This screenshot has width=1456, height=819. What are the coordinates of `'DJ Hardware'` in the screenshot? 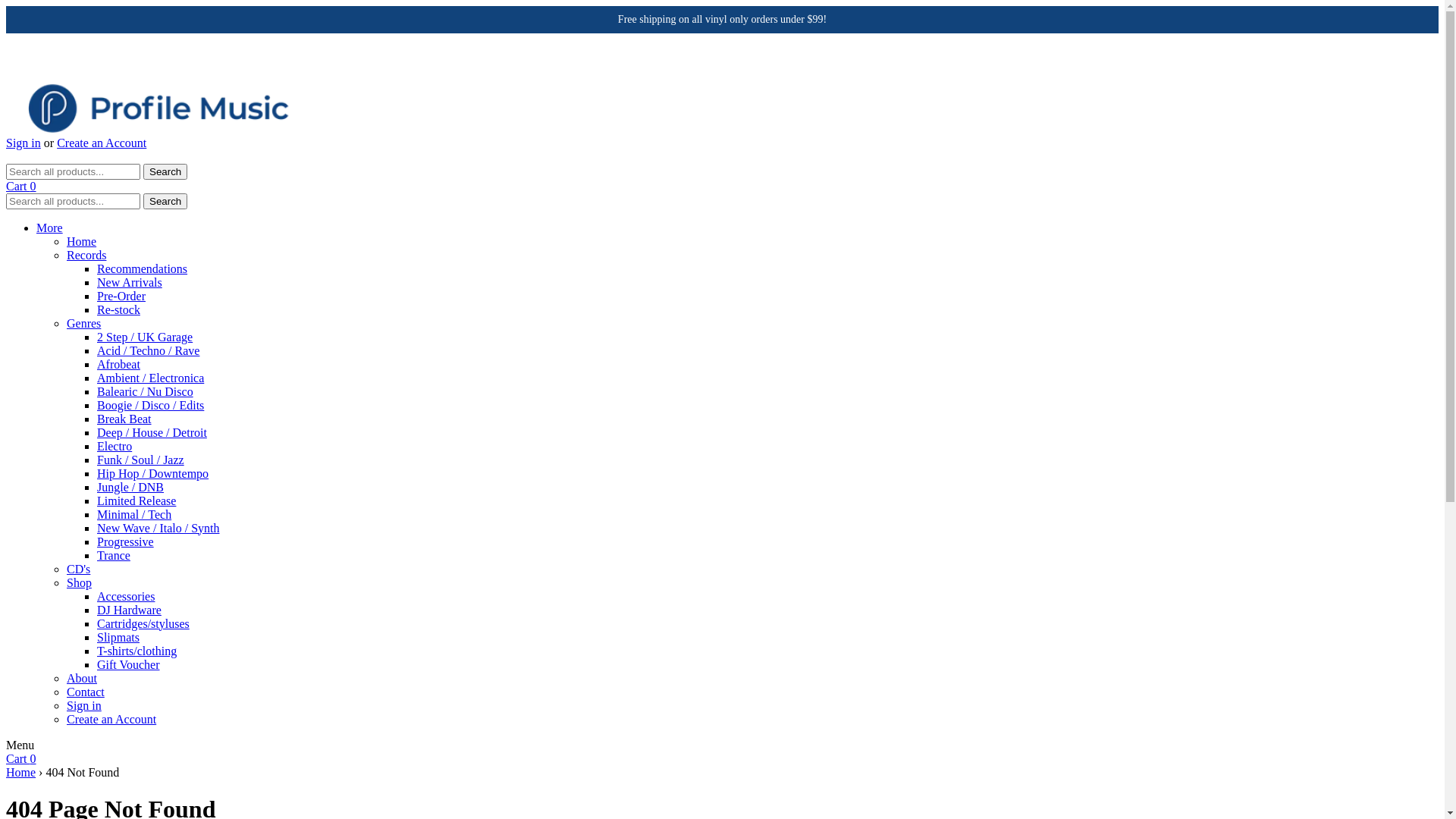 It's located at (129, 609).